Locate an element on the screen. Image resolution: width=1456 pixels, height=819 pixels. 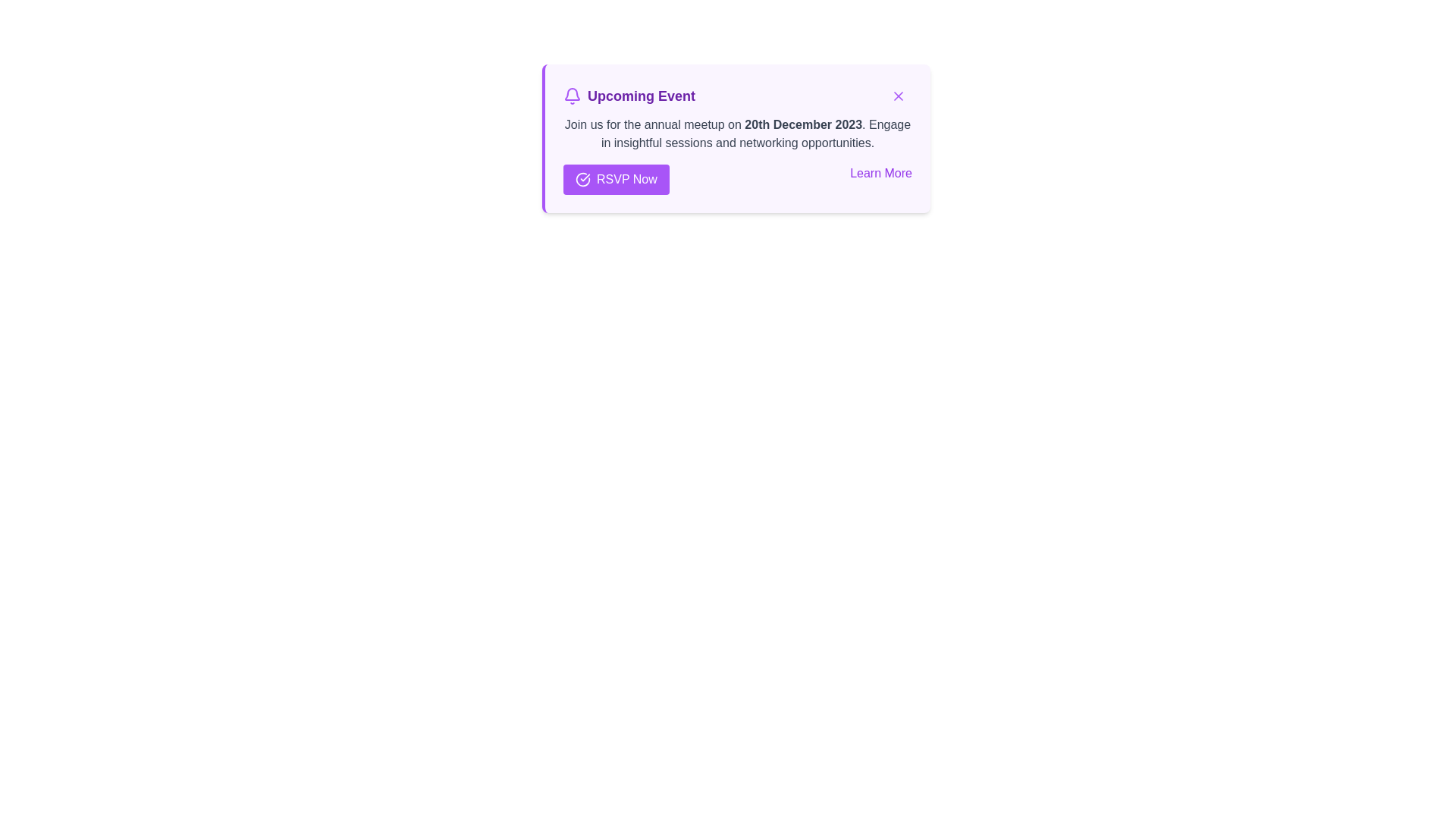
the circular purple icon with a white check mark, which is part of the 'RSVP Now' button located on the notification panel is located at coordinates (582, 178).